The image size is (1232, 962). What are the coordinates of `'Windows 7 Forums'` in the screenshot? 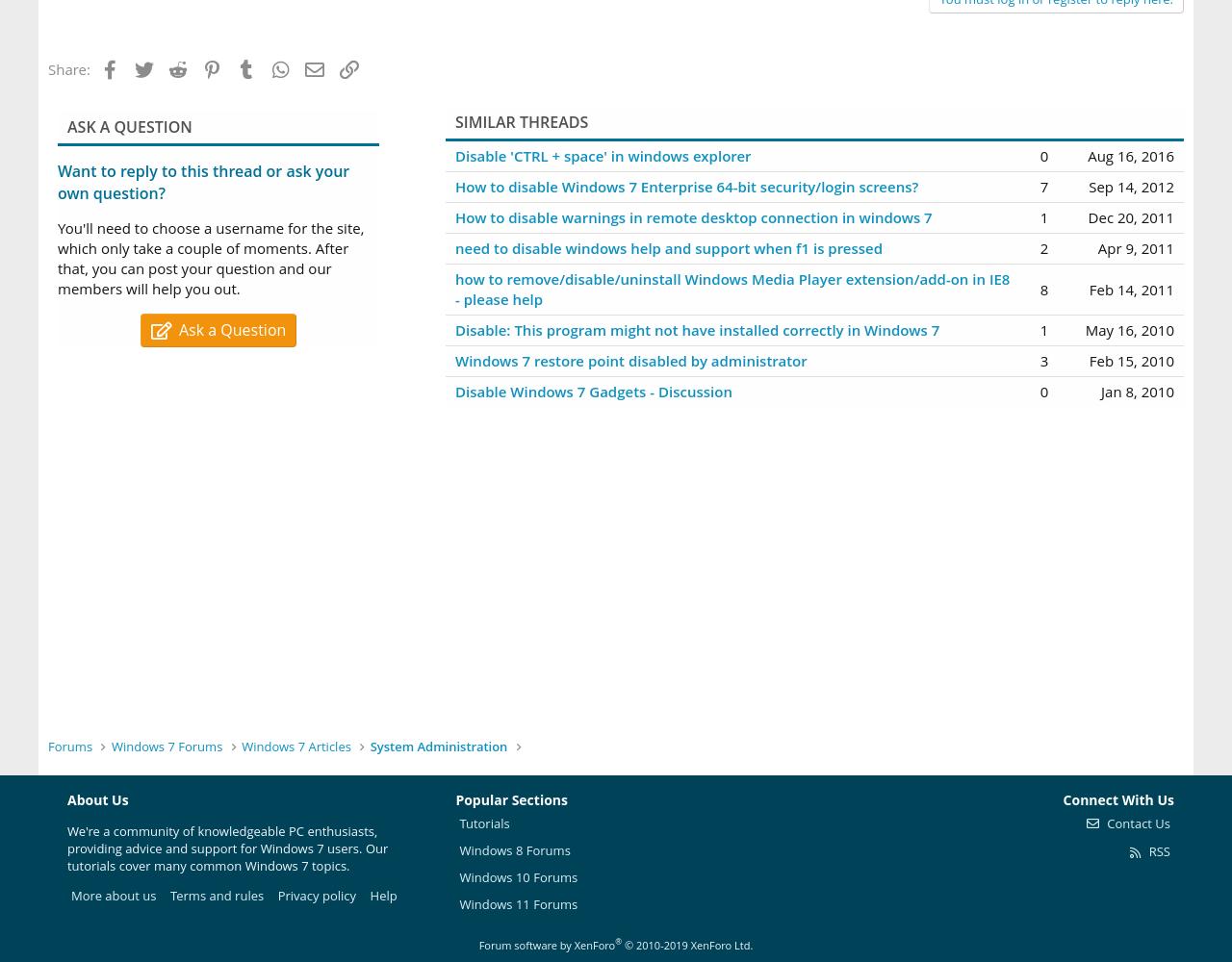 It's located at (167, 746).